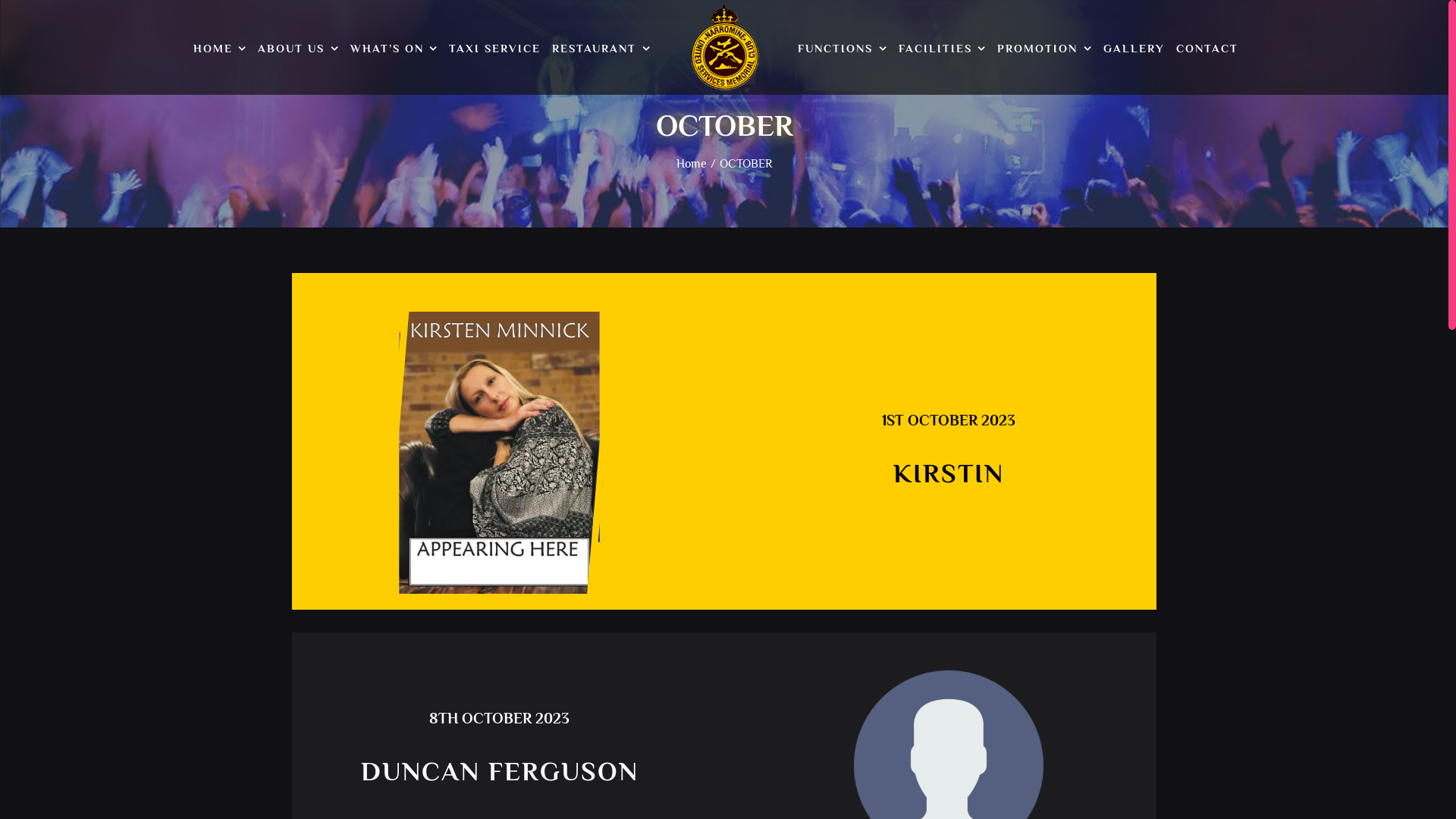 This screenshot has height=819, width=1456. Describe the element at coordinates (494, 49) in the screenshot. I see `'TAXI SERVICE'` at that location.